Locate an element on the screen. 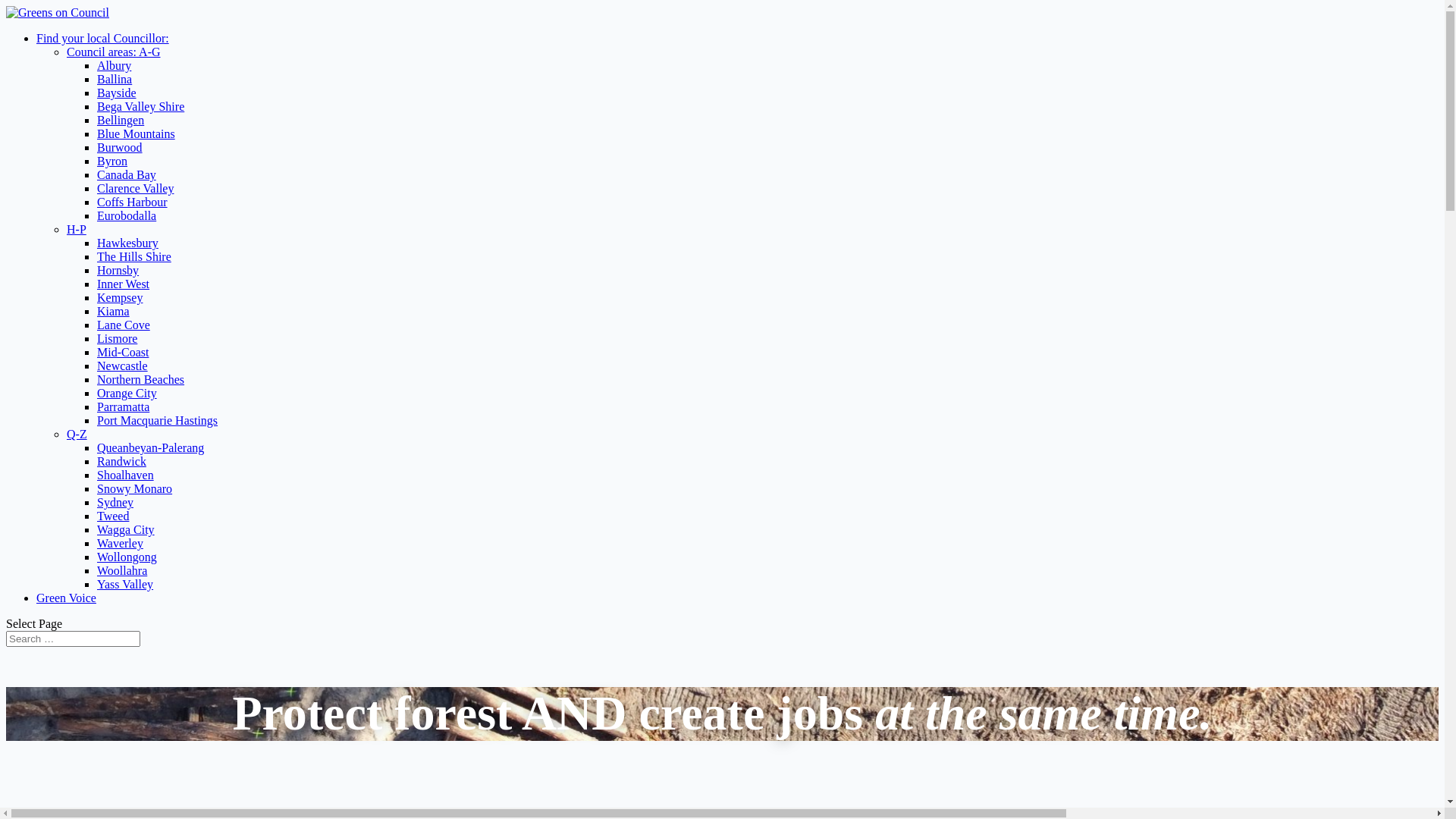 This screenshot has width=1456, height=819. 'Lane Cove' is located at coordinates (124, 324).